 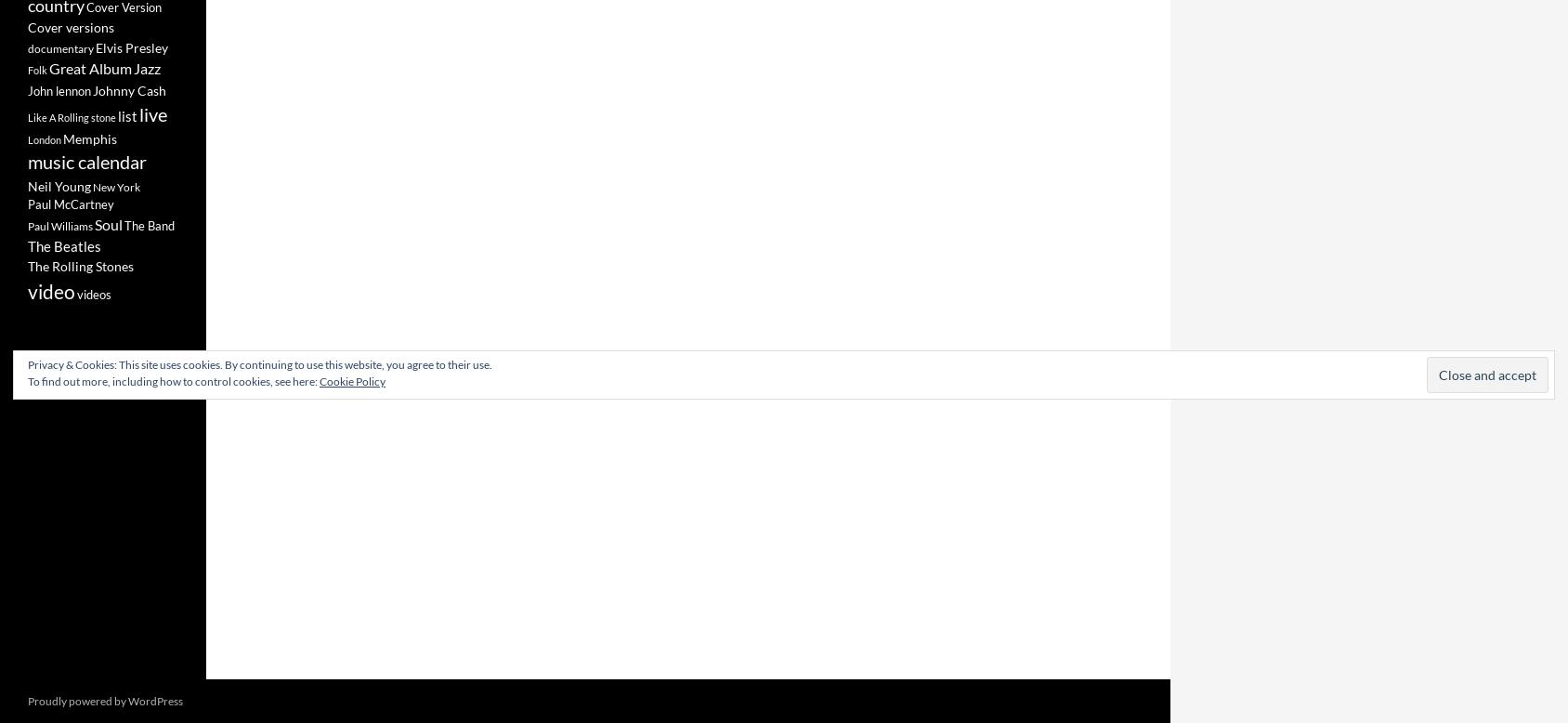 What do you see at coordinates (150, 224) in the screenshot?
I see `'The Band'` at bounding box center [150, 224].